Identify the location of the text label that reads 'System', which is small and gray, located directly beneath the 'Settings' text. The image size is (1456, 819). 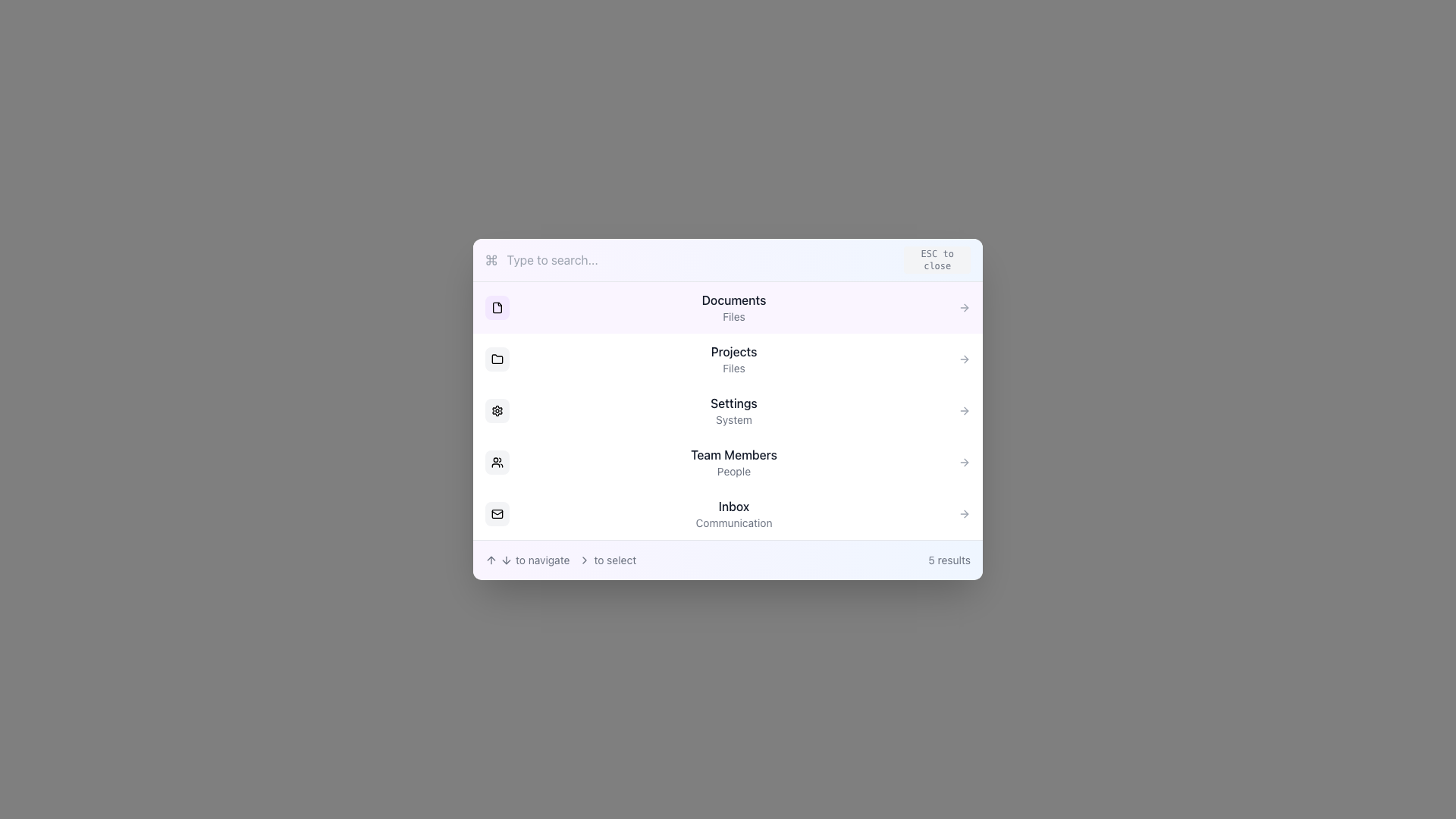
(734, 420).